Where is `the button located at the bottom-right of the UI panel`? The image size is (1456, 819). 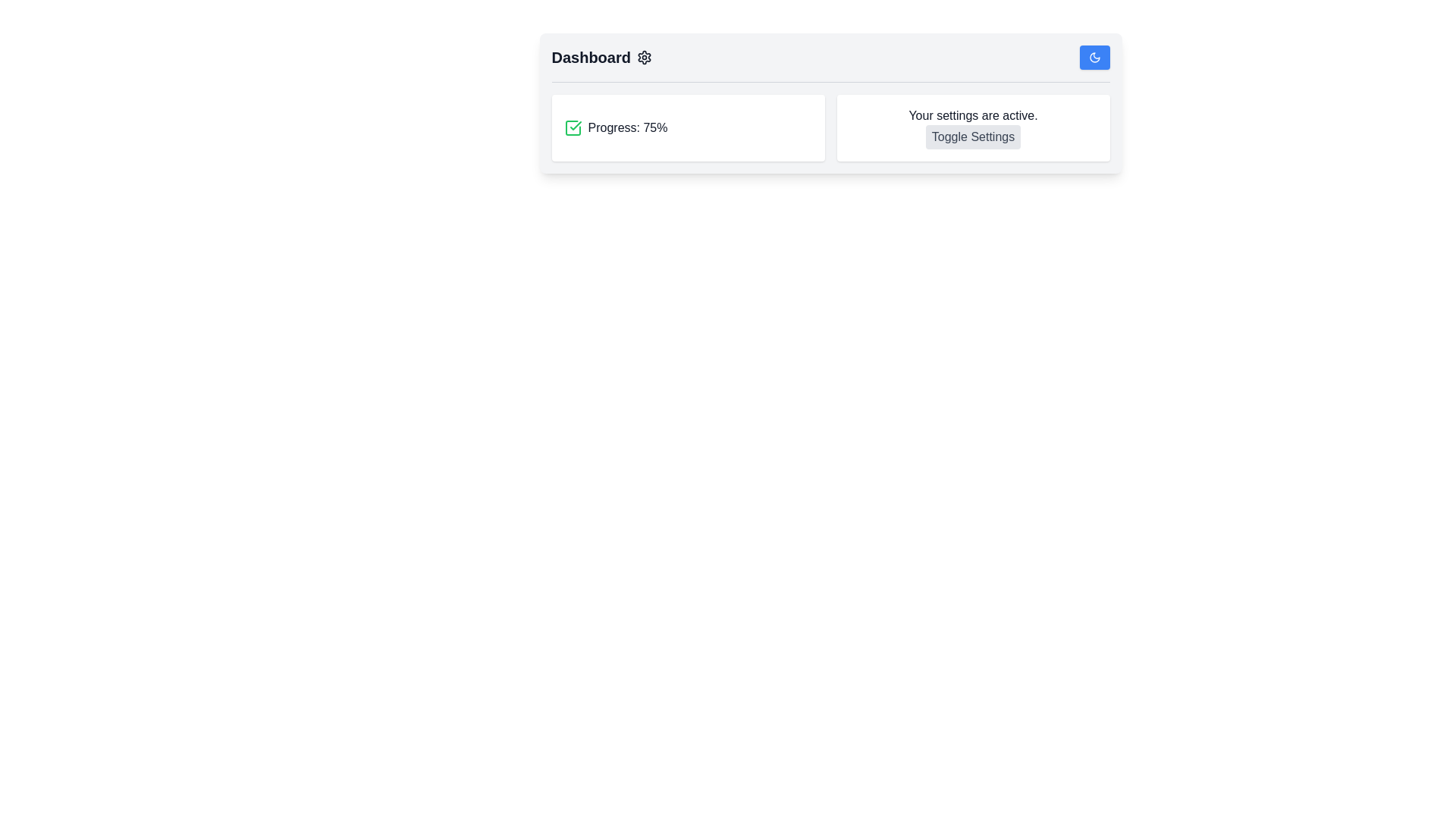
the button located at the bottom-right of the UI panel is located at coordinates (973, 137).